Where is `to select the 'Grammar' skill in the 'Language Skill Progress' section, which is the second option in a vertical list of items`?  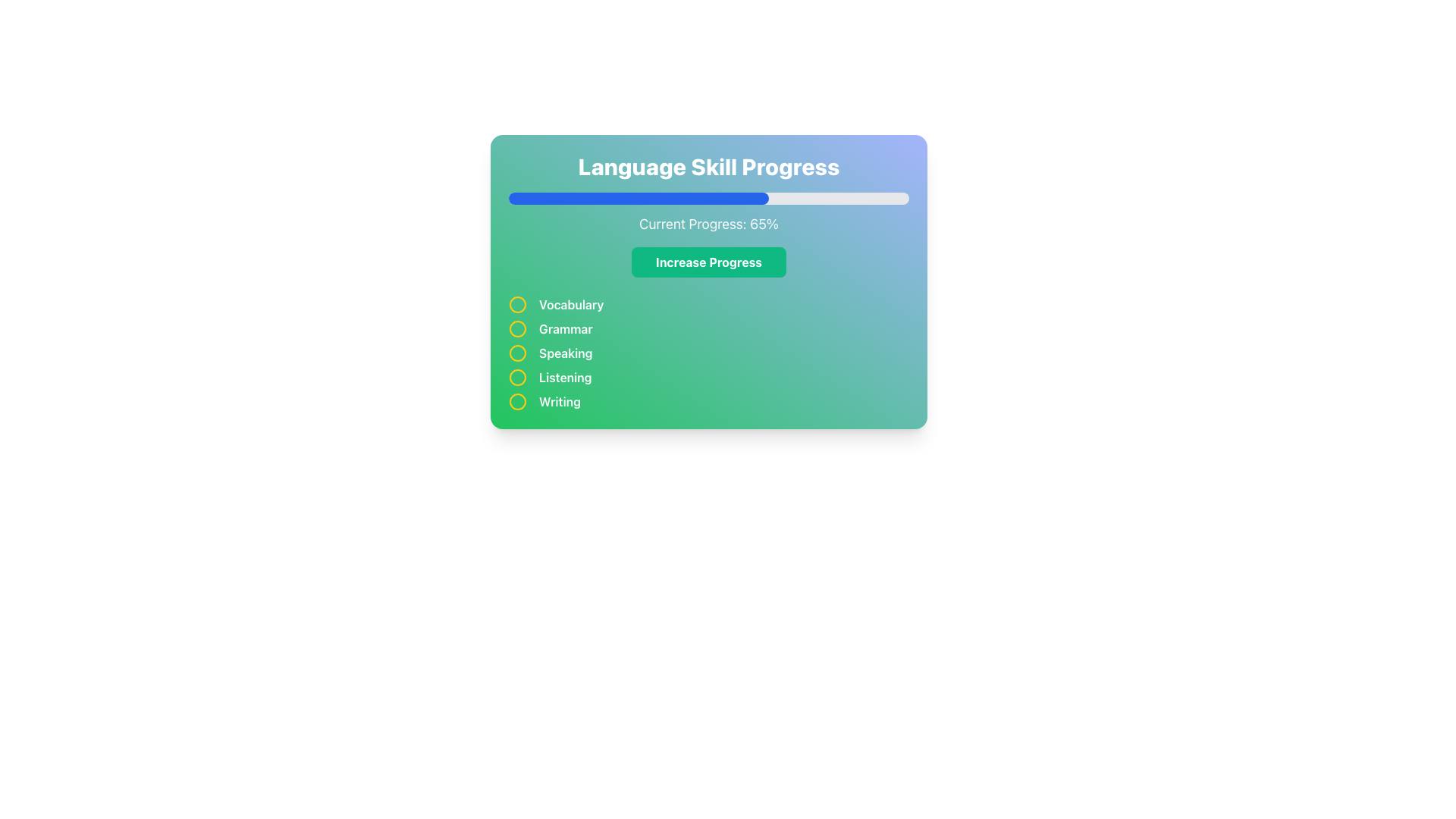 to select the 'Grammar' skill in the 'Language Skill Progress' section, which is the second option in a vertical list of items is located at coordinates (708, 328).